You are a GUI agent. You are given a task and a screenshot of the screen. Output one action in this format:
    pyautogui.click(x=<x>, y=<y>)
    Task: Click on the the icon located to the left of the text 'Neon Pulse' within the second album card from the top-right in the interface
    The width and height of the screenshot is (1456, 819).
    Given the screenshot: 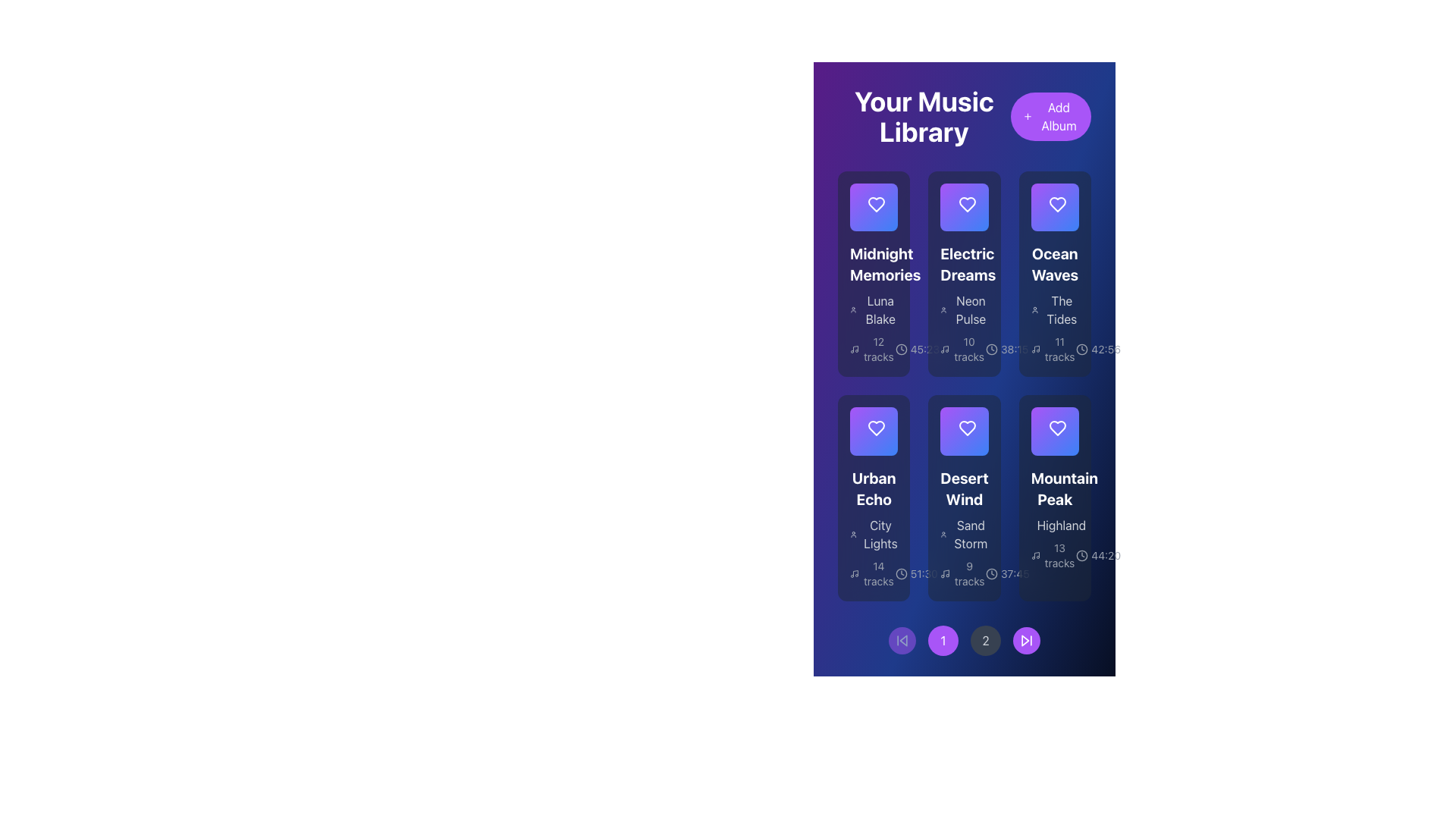 What is the action you would take?
    pyautogui.click(x=943, y=309)
    